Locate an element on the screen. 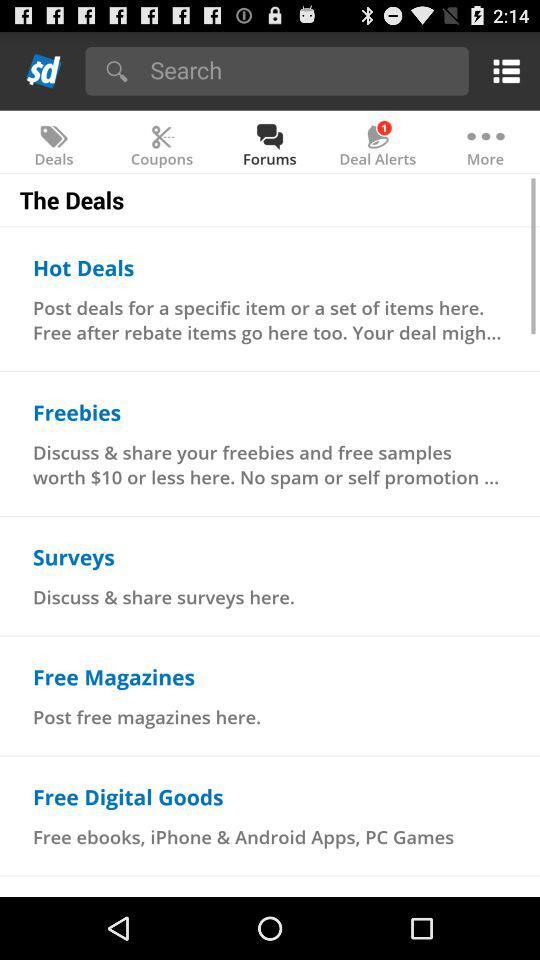  search menu is located at coordinates (302, 69).